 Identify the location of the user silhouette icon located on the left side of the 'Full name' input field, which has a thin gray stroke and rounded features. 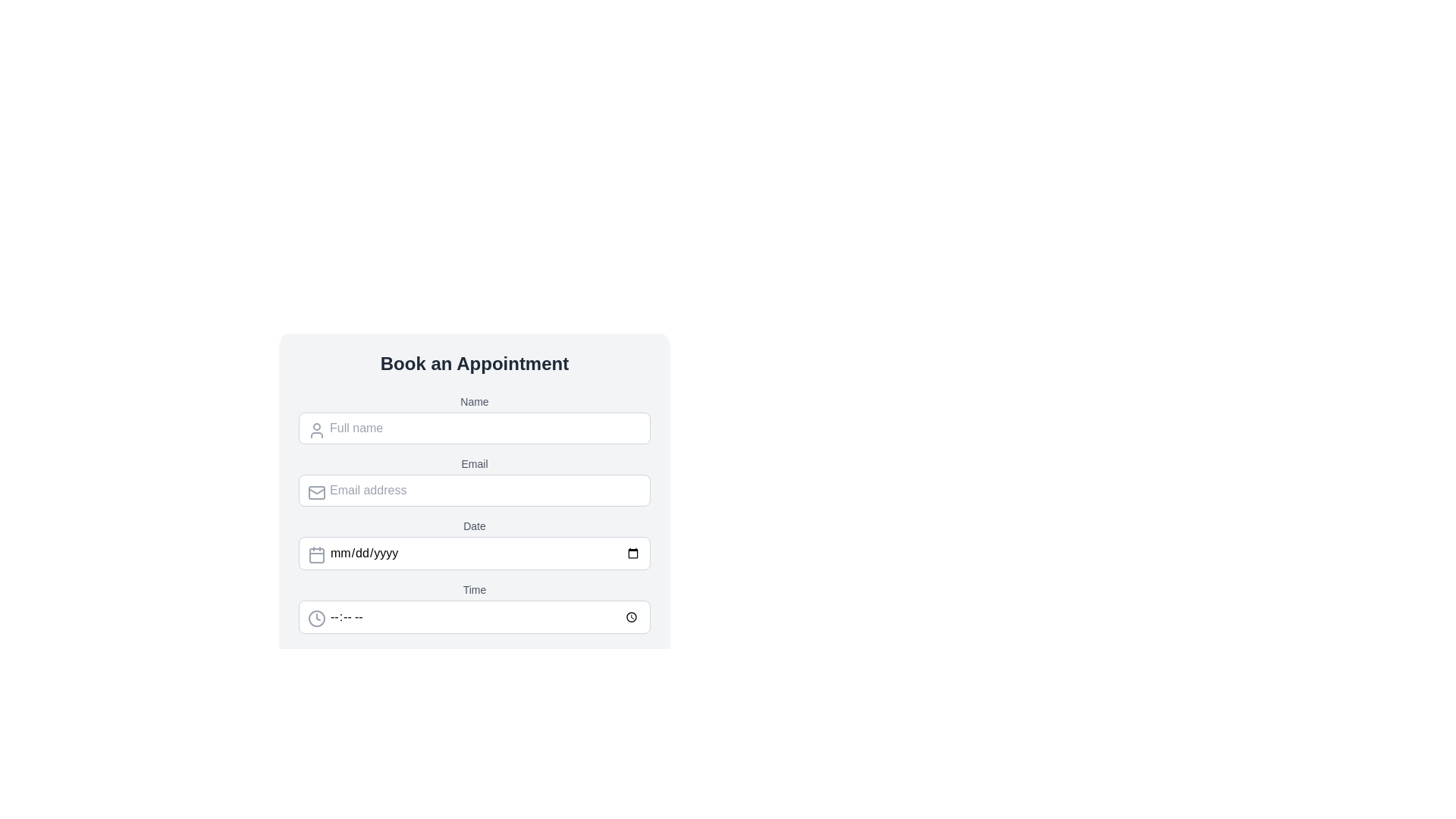
(315, 430).